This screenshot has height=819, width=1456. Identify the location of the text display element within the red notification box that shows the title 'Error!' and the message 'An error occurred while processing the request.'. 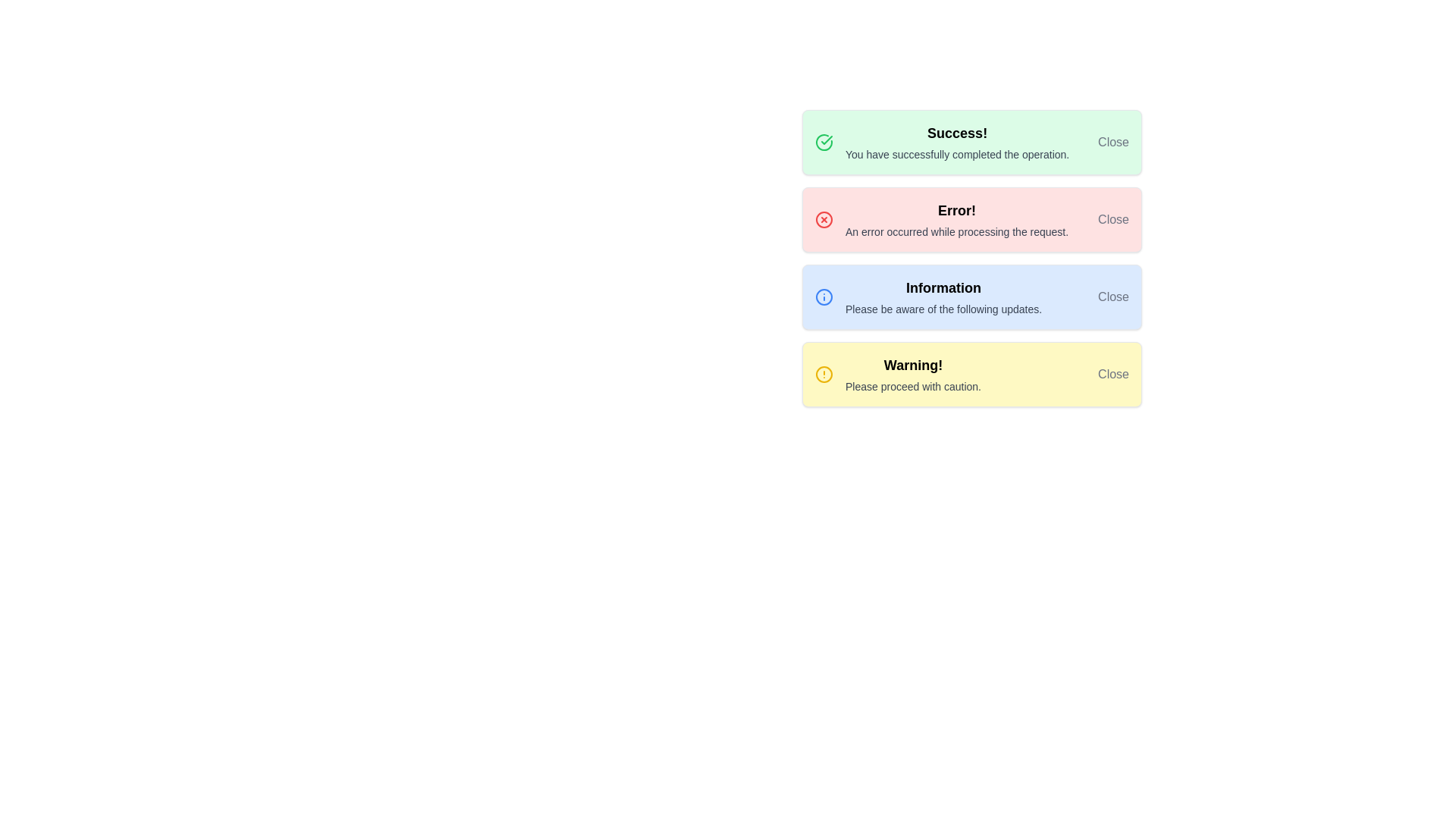
(956, 219).